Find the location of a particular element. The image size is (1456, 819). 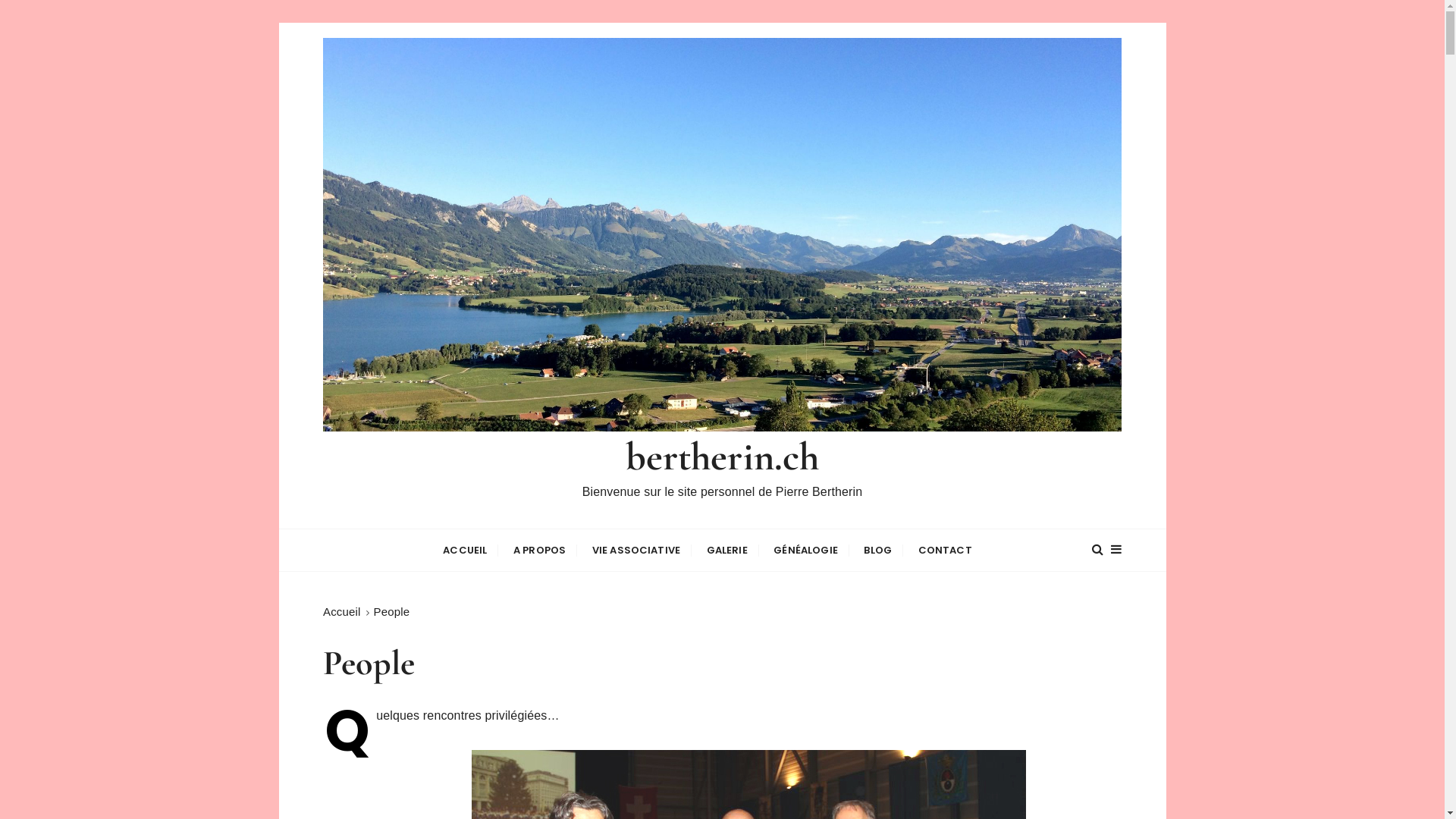

'A PROPOS' is located at coordinates (539, 550).